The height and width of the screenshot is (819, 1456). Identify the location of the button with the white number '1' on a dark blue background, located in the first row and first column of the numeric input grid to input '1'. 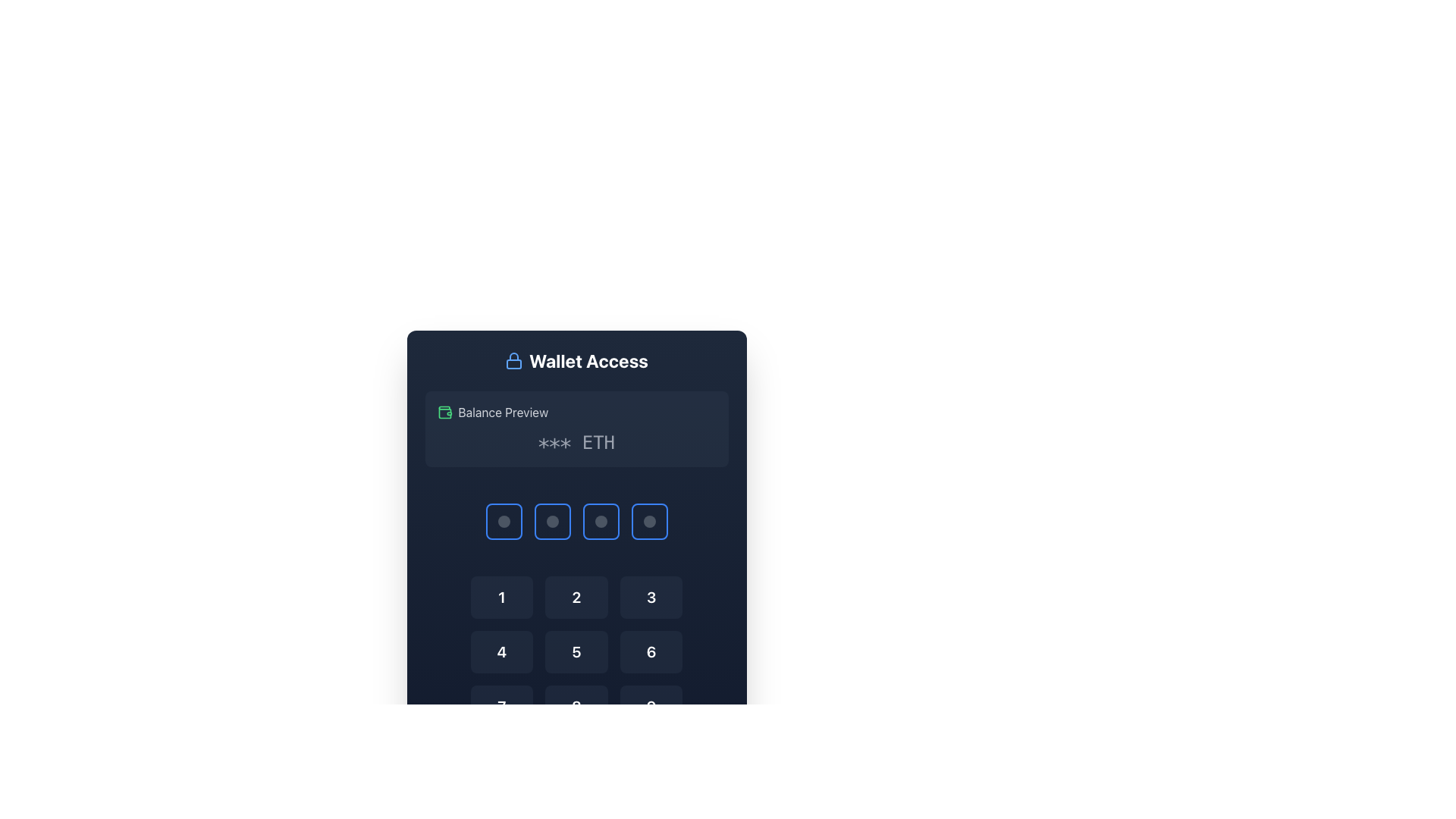
(501, 596).